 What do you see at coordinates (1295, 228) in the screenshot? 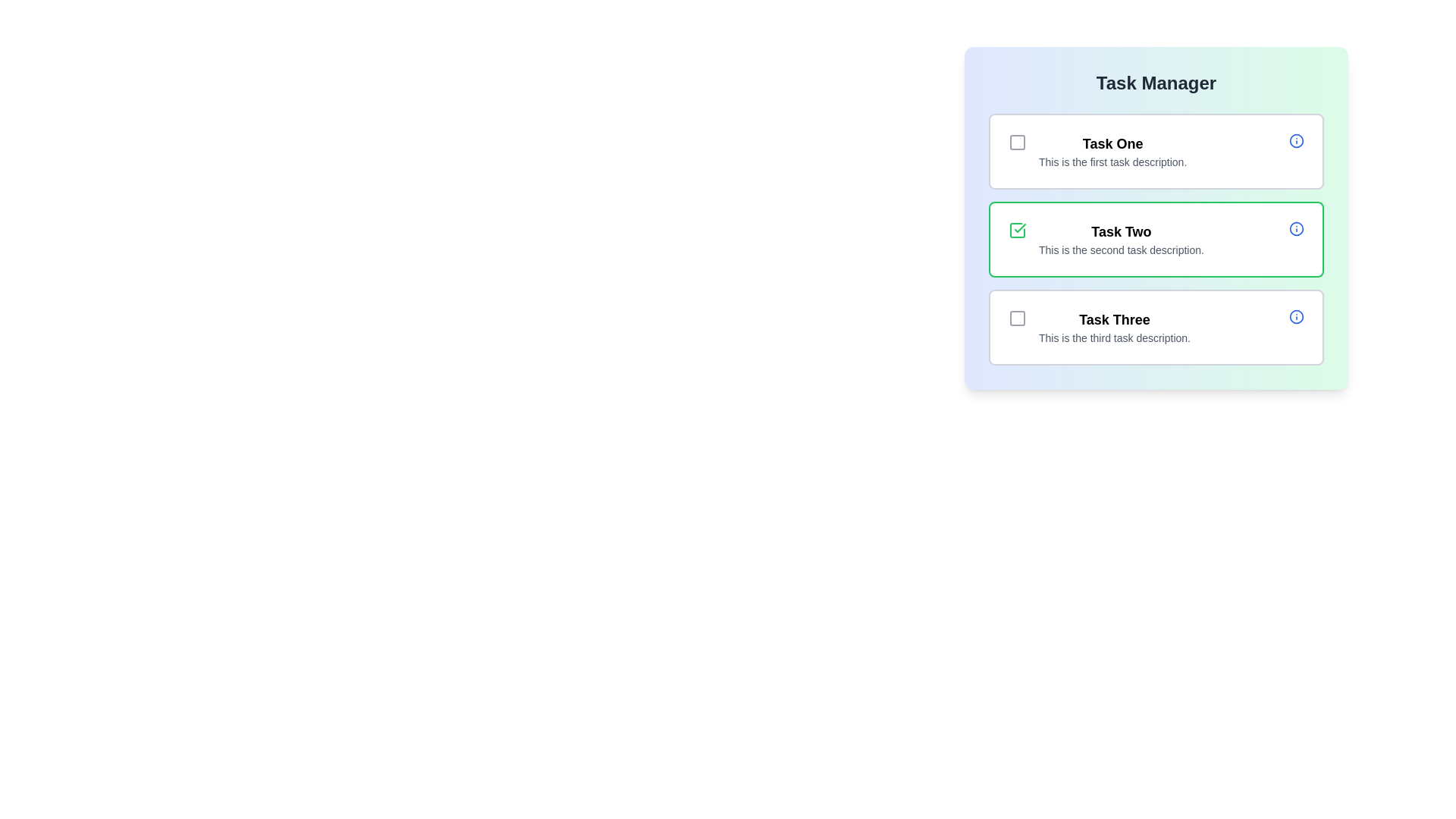
I see `the central circular shape of the information icon next to the 'Task Two' entry in the task manager interface` at bounding box center [1295, 228].